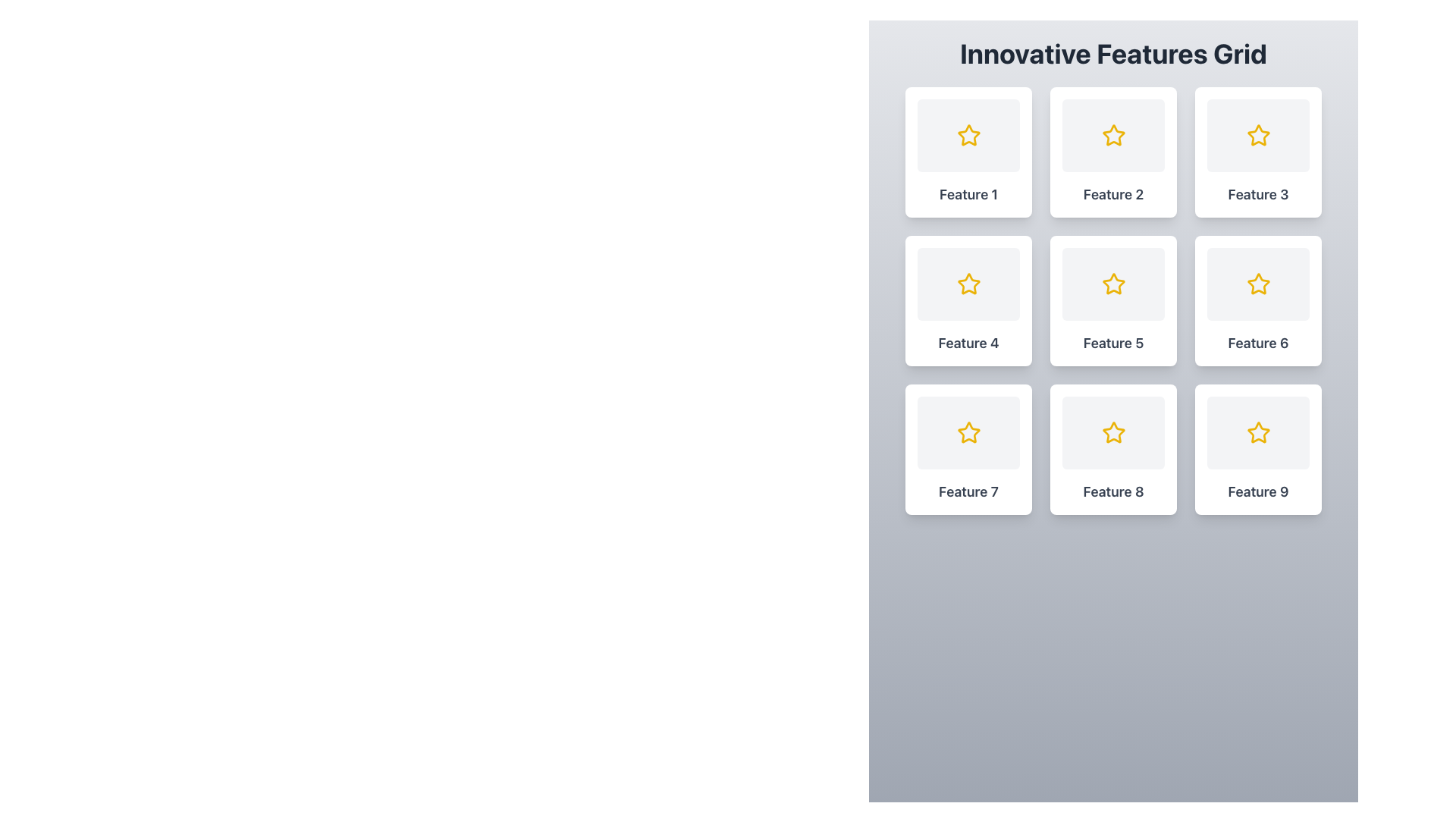 Image resolution: width=1456 pixels, height=819 pixels. Describe the element at coordinates (968, 134) in the screenshot. I see `the star icon located in the top-left corner of a 3x3 grid layout` at that location.